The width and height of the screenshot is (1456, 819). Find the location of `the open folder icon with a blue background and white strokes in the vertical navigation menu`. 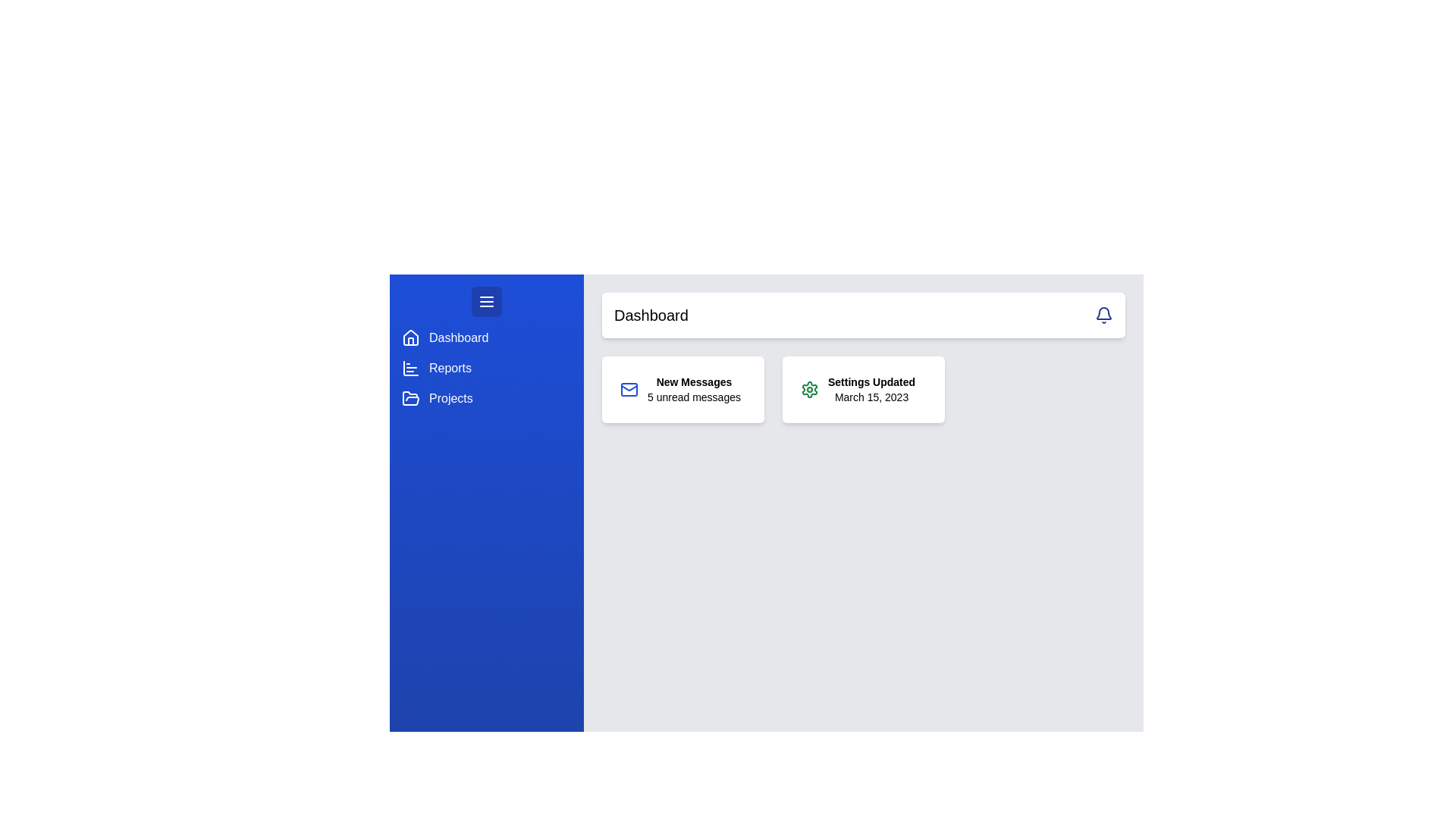

the open folder icon with a blue background and white strokes in the vertical navigation menu is located at coordinates (411, 397).